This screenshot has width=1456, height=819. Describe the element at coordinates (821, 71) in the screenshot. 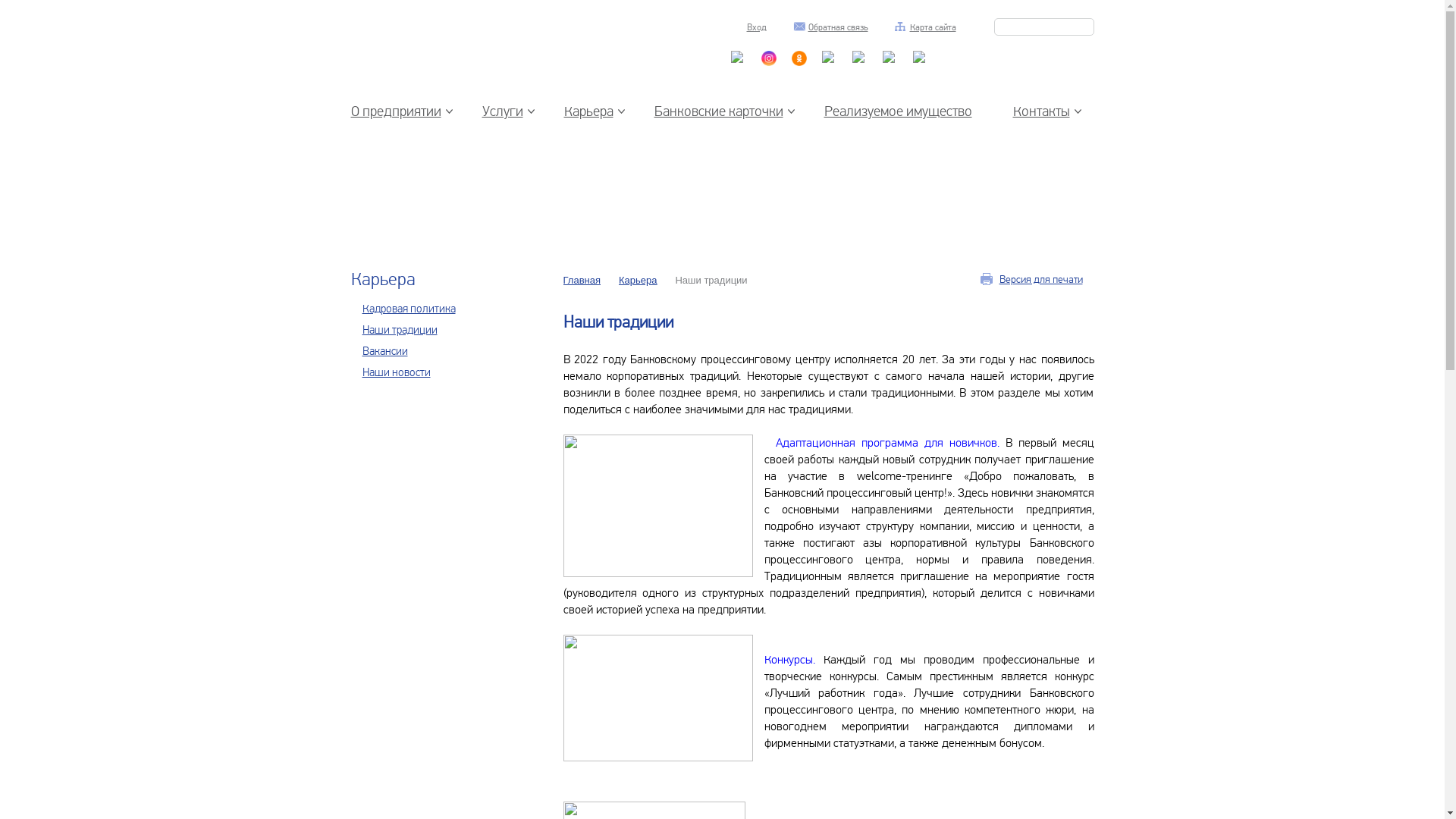

I see `'Facebook'` at that location.